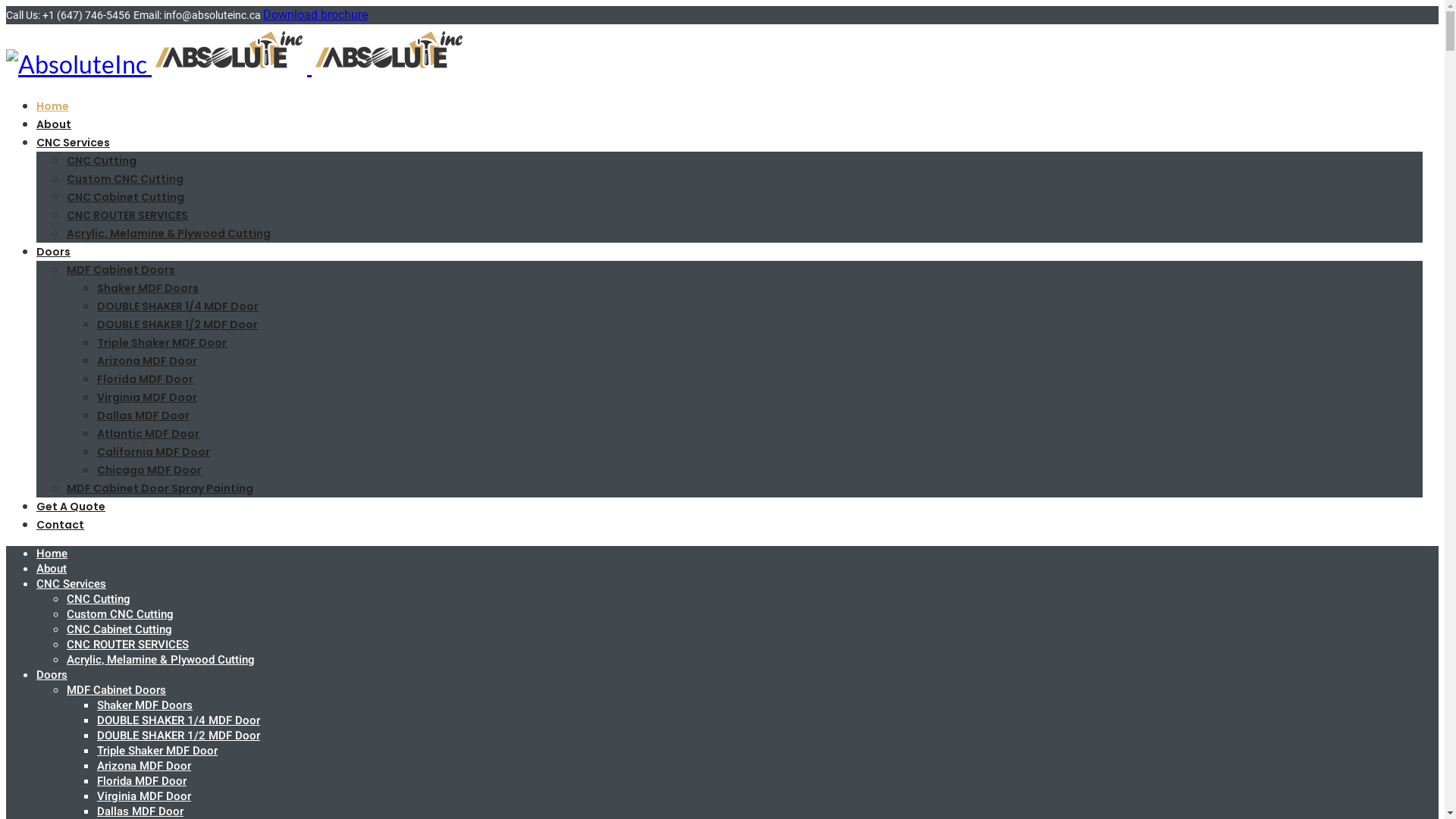  I want to click on 'CNC Cutting', so click(101, 161).